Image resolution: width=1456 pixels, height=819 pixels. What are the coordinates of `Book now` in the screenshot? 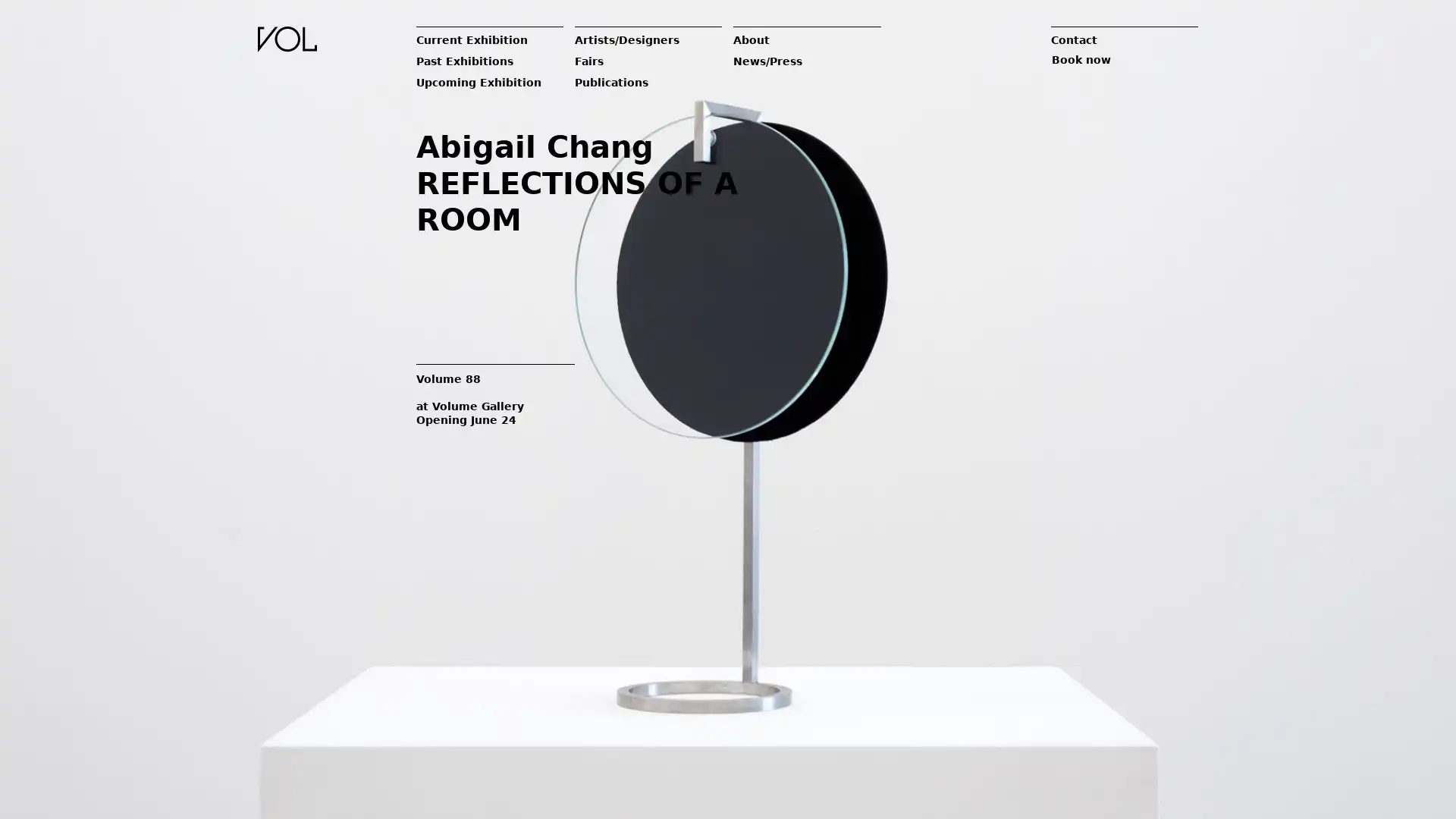 It's located at (1118, 70).